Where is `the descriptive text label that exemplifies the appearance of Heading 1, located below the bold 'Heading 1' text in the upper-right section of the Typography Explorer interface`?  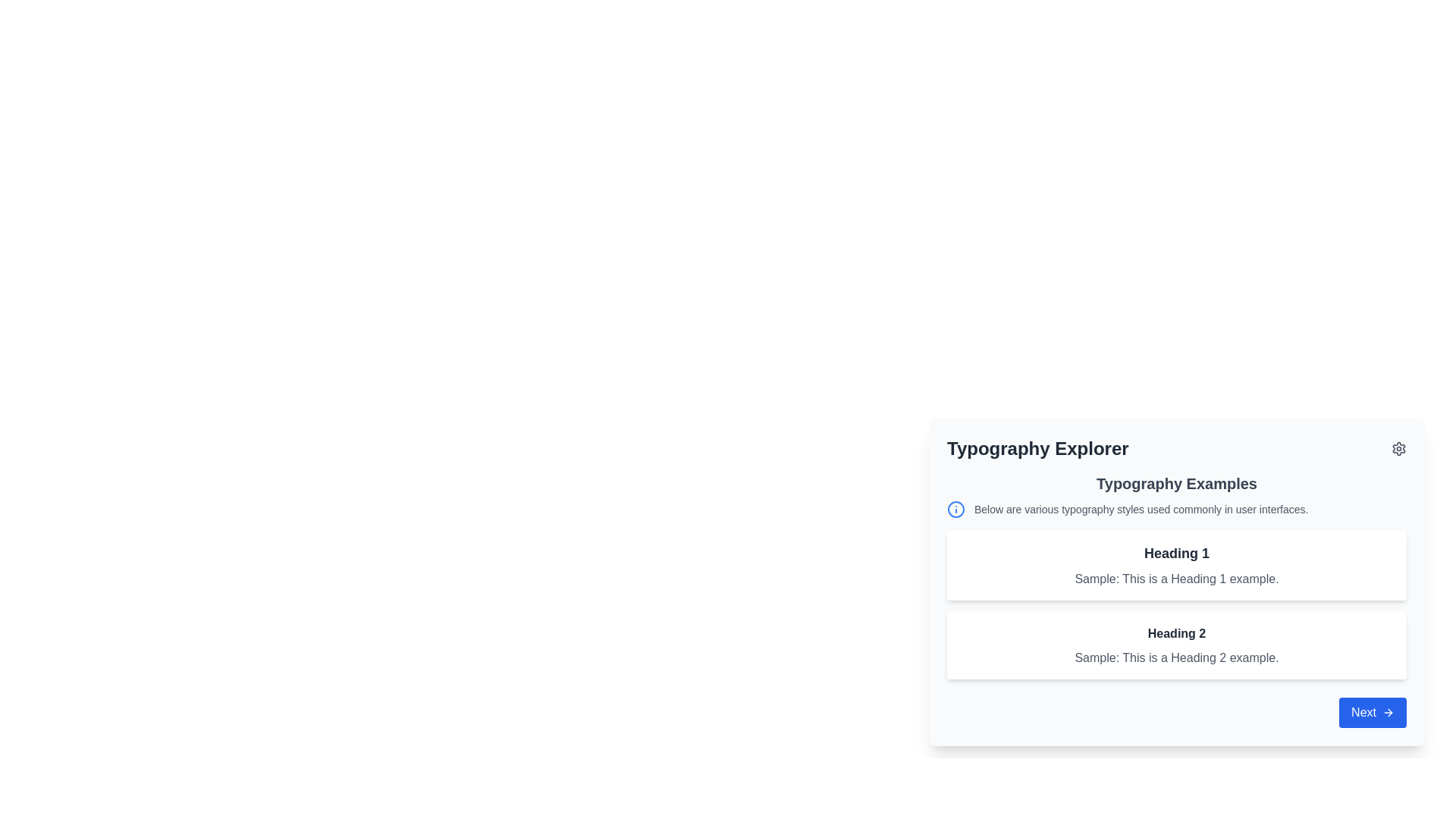
the descriptive text label that exemplifies the appearance of Heading 1, located below the bold 'Heading 1' text in the upper-right section of the Typography Explorer interface is located at coordinates (1175, 579).